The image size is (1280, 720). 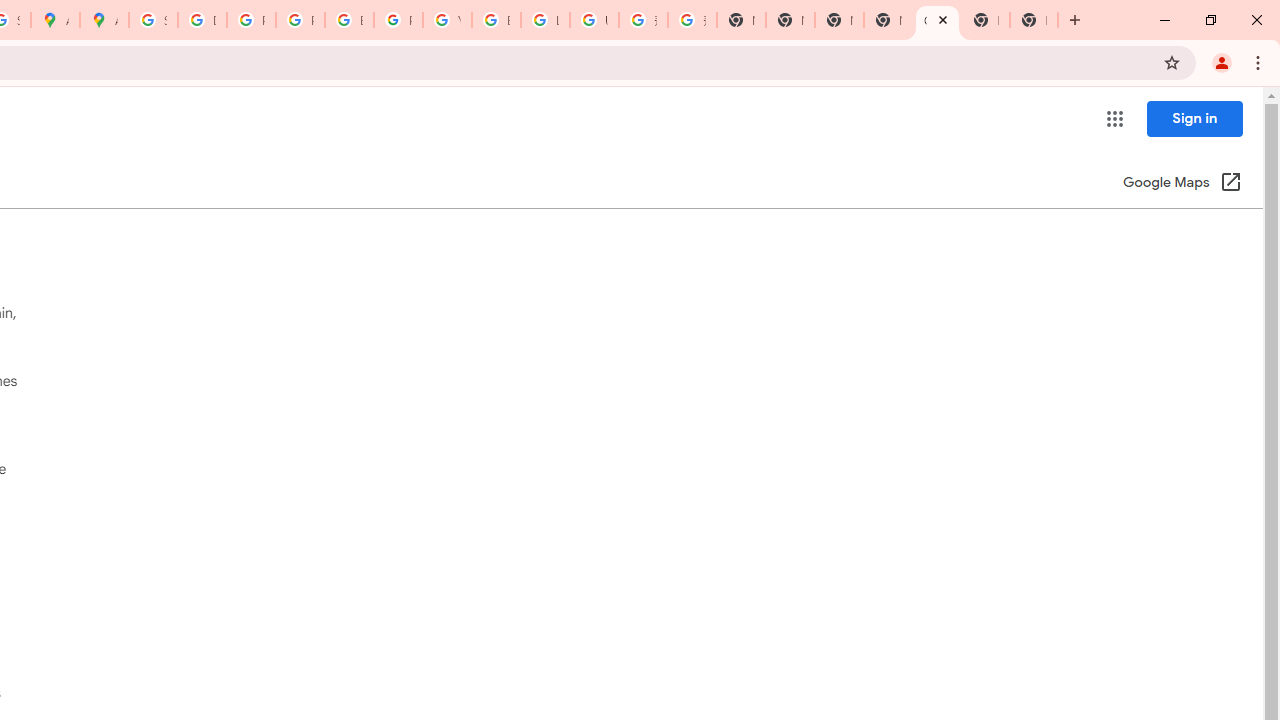 I want to click on 'Crisis-related alerts in Google Maps - Google Maps Help', so click(x=936, y=20).